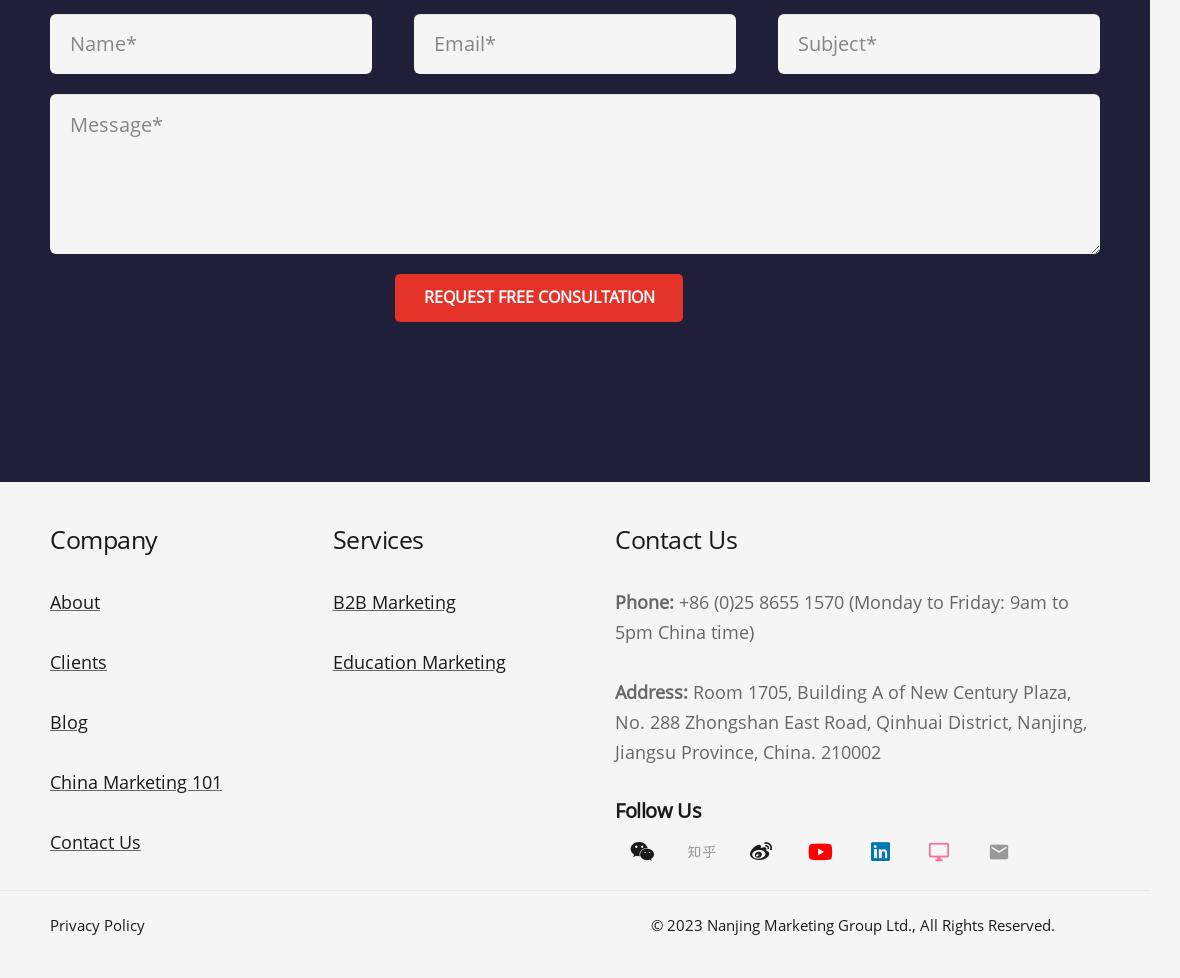 The image size is (1180, 978). I want to click on 'Room 1705, Building A of New Century Plaza, No. 288 Zhongshan East Road, Qinhuai District, Nanjing, Jiangsu Province, China. 210002', so click(851, 721).